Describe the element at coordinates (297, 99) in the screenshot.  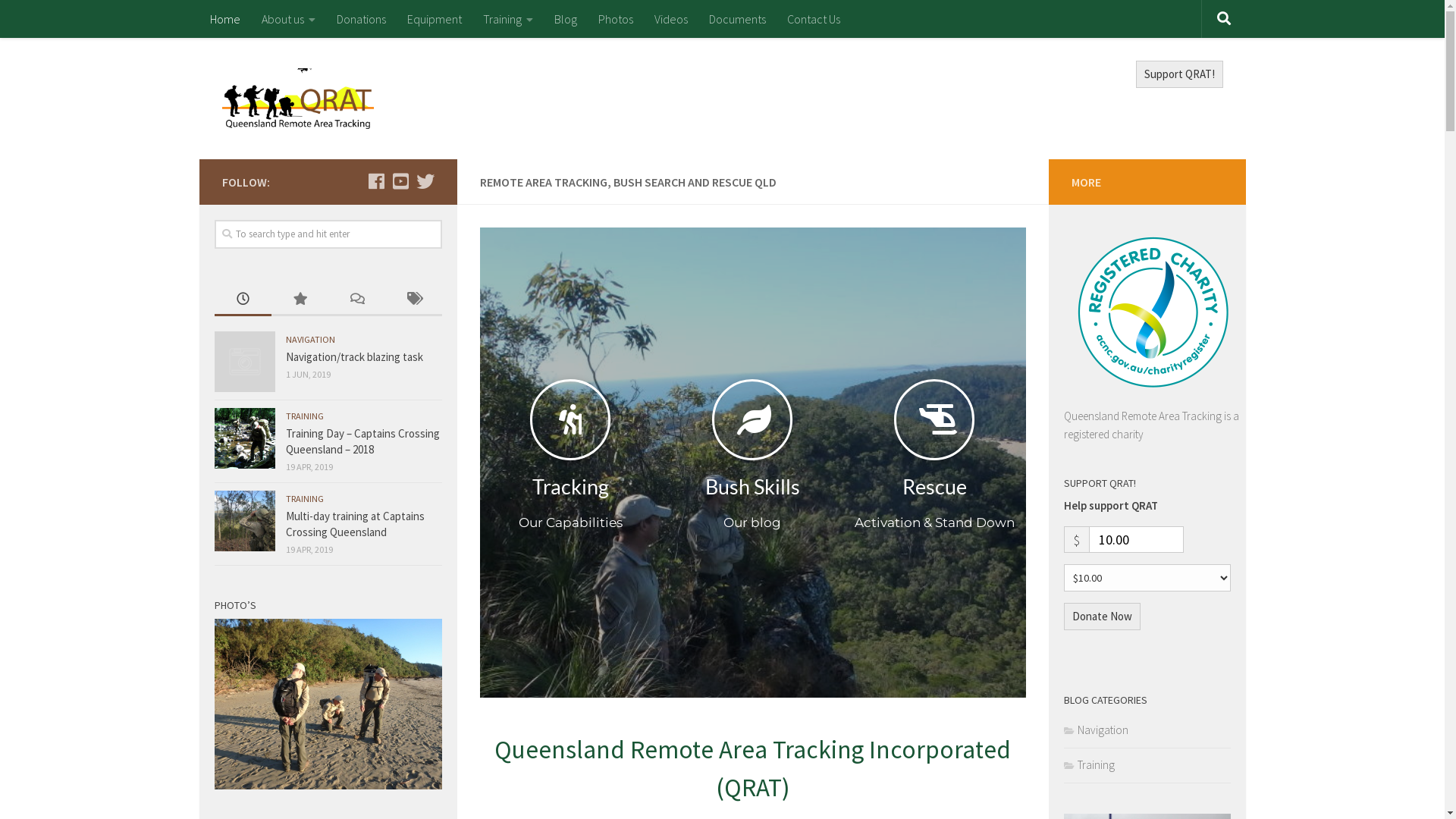
I see `'QLD Remote Area Tracking - Bush Search - Rescue | Home page'` at that location.